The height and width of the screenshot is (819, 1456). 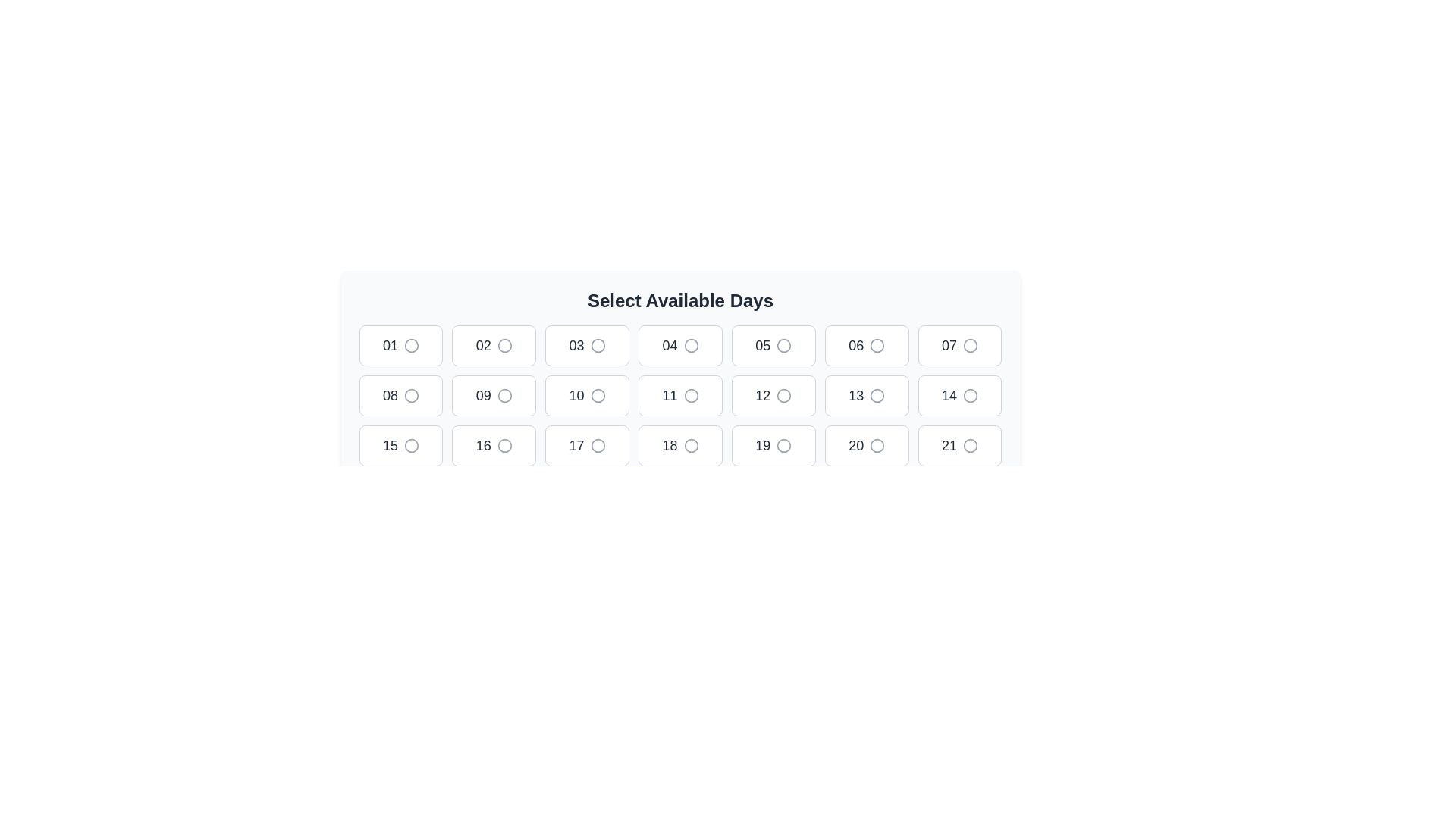 I want to click on the text label displaying '03', which is styled in bold and located in the third grid cell of the first row under the 'Select Available Days' heading, so click(x=576, y=345).